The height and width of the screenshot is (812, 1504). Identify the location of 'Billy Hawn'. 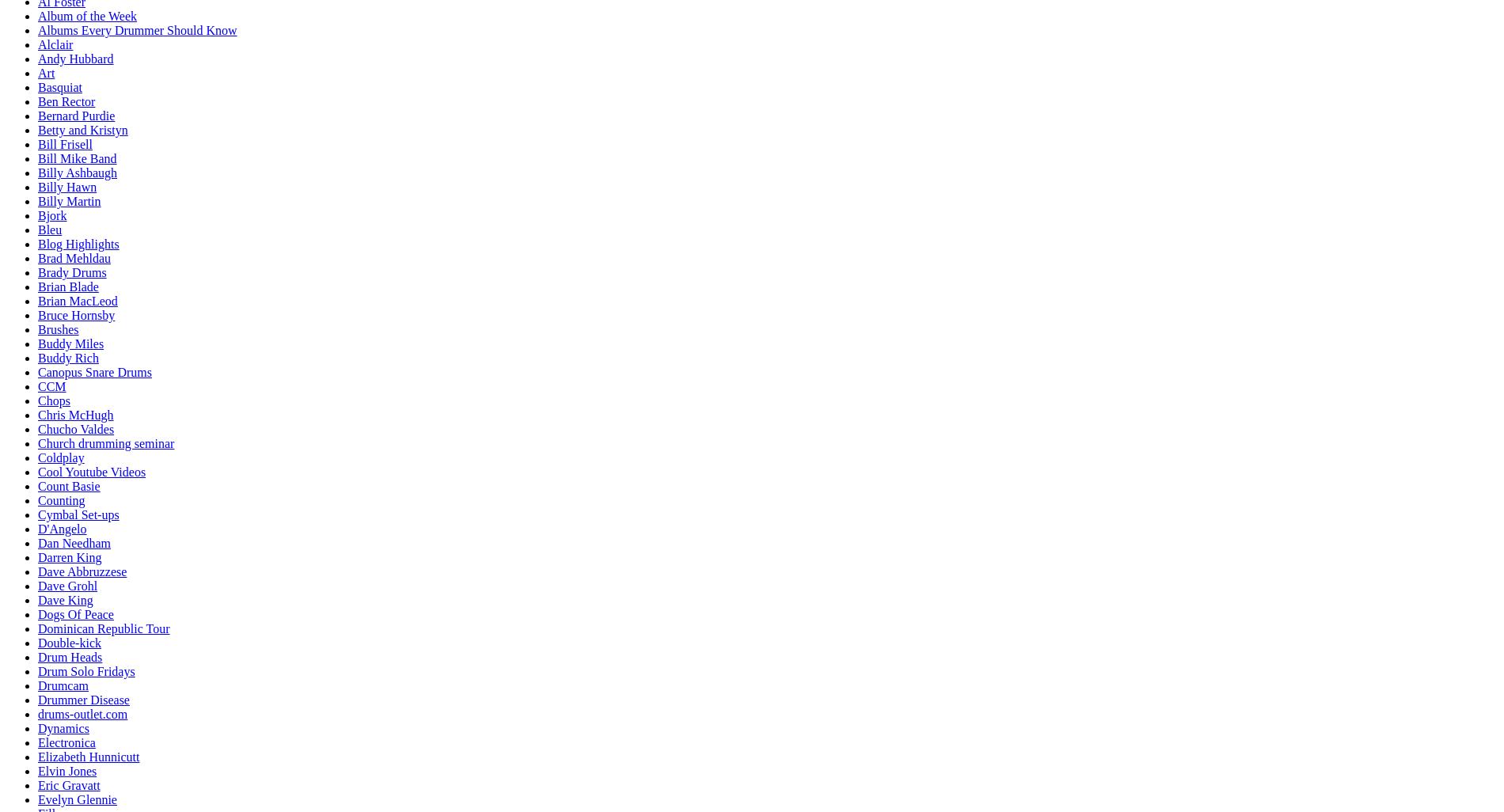
(66, 187).